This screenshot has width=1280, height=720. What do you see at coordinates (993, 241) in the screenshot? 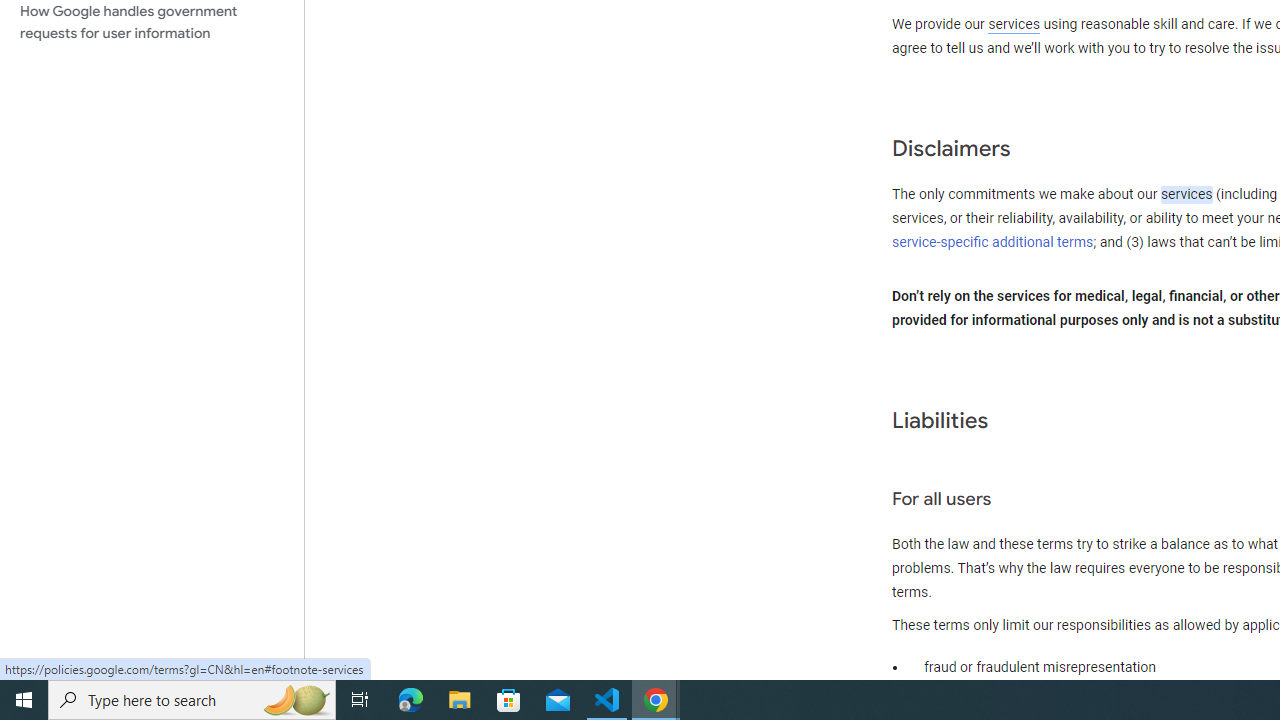
I see `'service-specific additional terms'` at bounding box center [993, 241].